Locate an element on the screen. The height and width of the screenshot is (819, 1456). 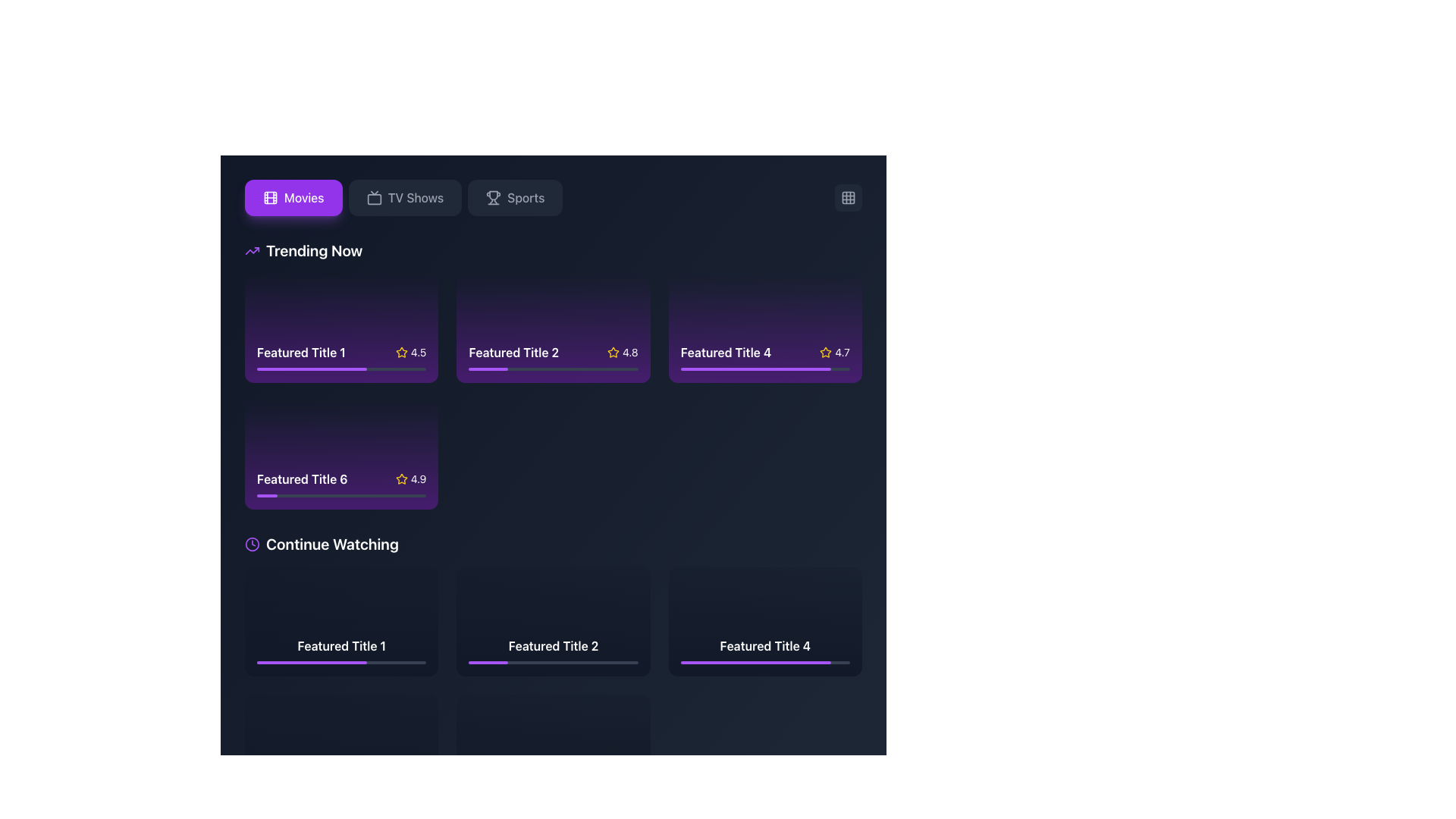
the star-shaped icon that indicates the rating of the media item in the Featured Title 4 card within the Trending Now section is located at coordinates (825, 352).